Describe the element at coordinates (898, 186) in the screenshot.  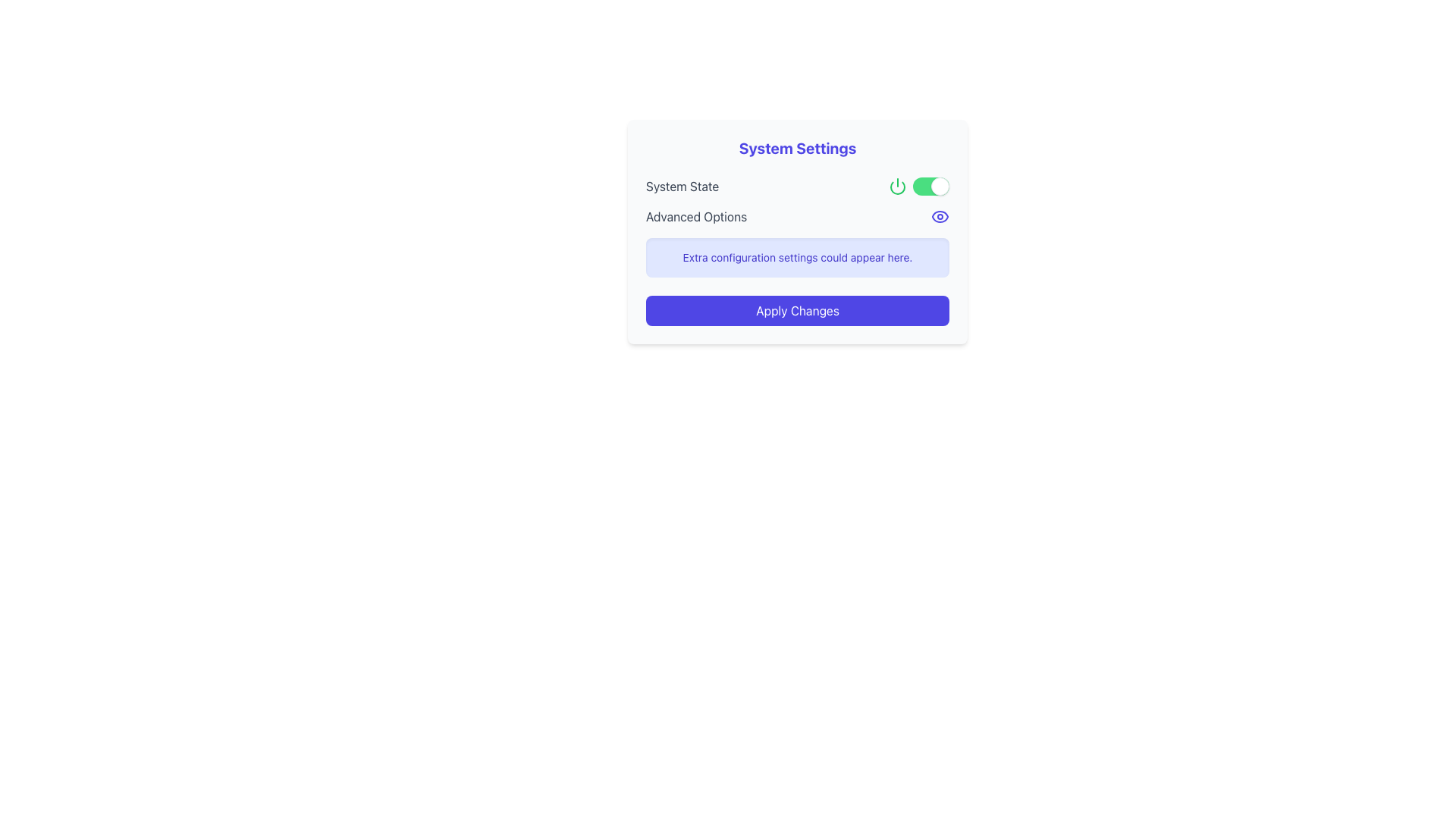
I see `the green power icon, which is circular with a vertical line inside, located near the 'System State' label in the settings interface` at that location.